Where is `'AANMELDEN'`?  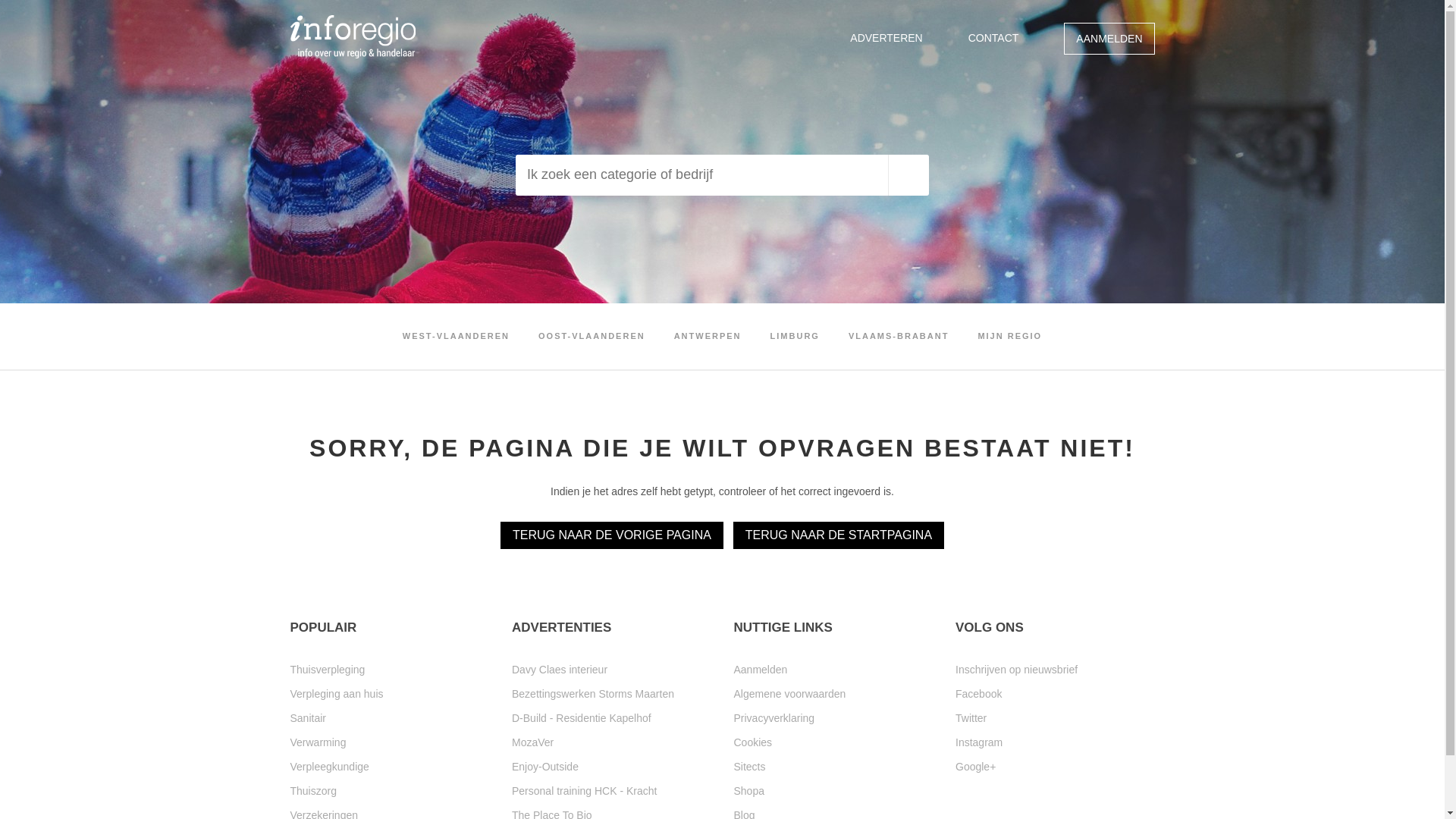 'AANMELDEN' is located at coordinates (1109, 37).